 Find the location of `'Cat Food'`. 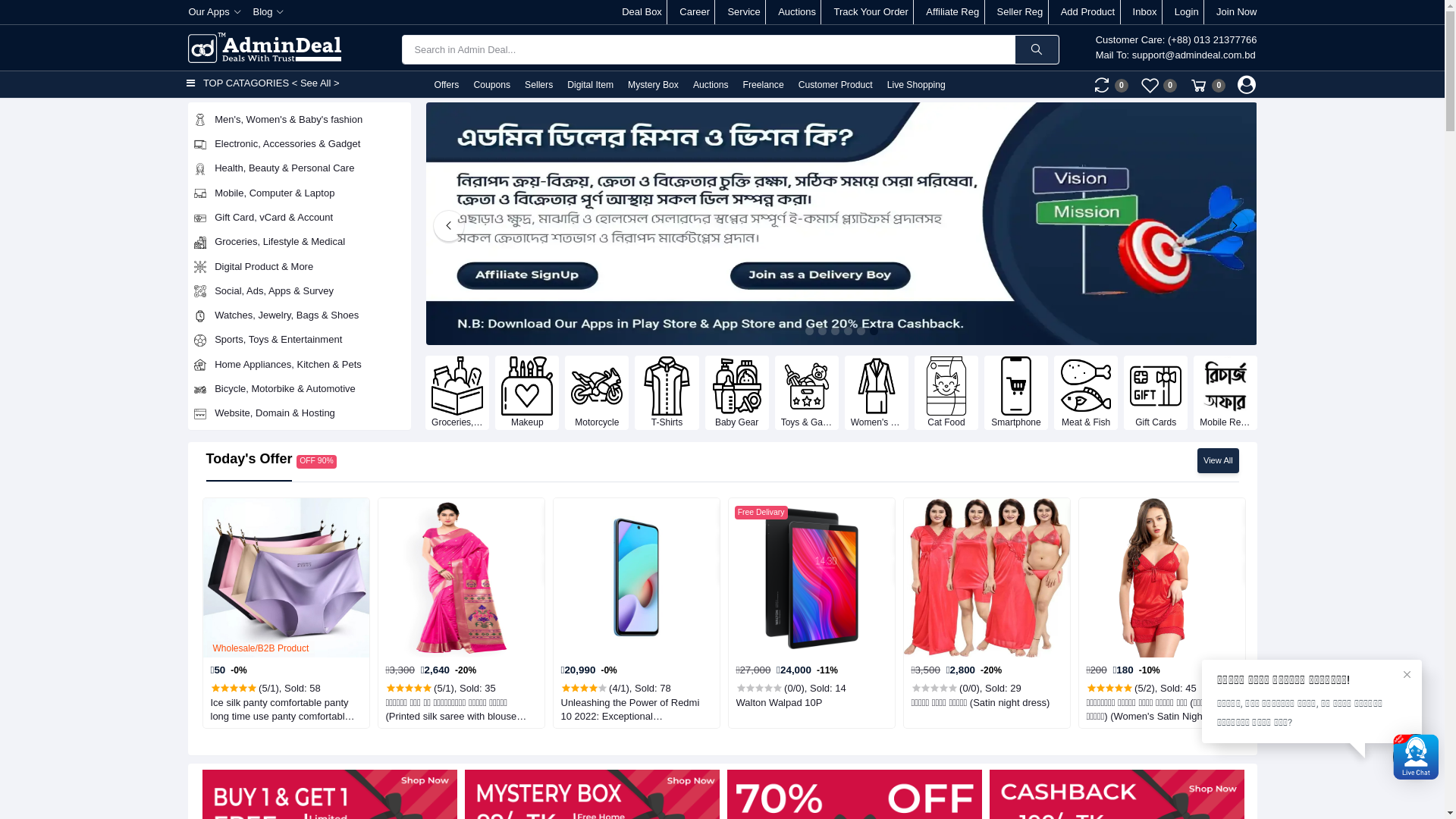

'Cat Food' is located at coordinates (946, 391).